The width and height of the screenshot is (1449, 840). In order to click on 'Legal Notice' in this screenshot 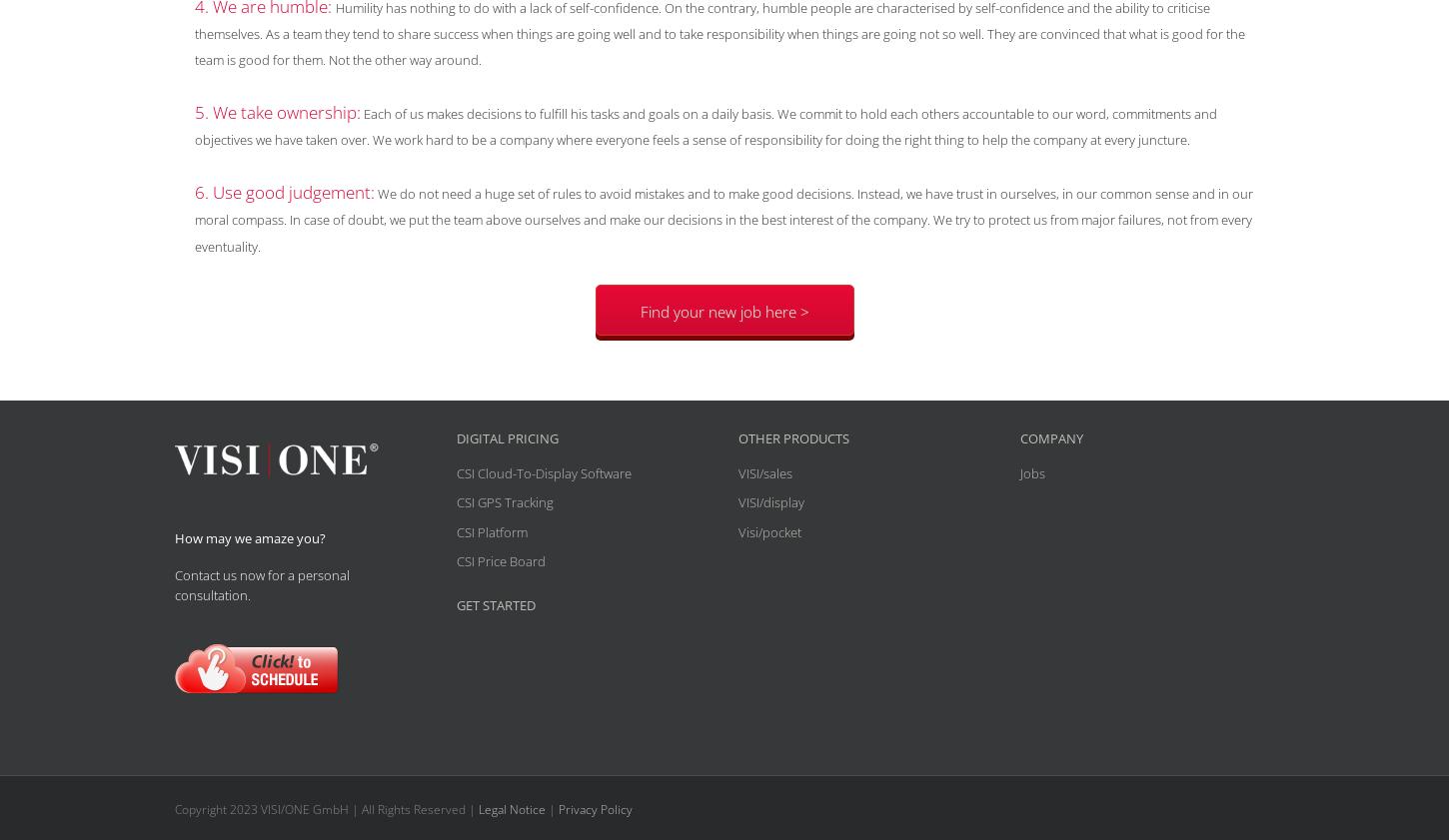, I will do `click(477, 809)`.